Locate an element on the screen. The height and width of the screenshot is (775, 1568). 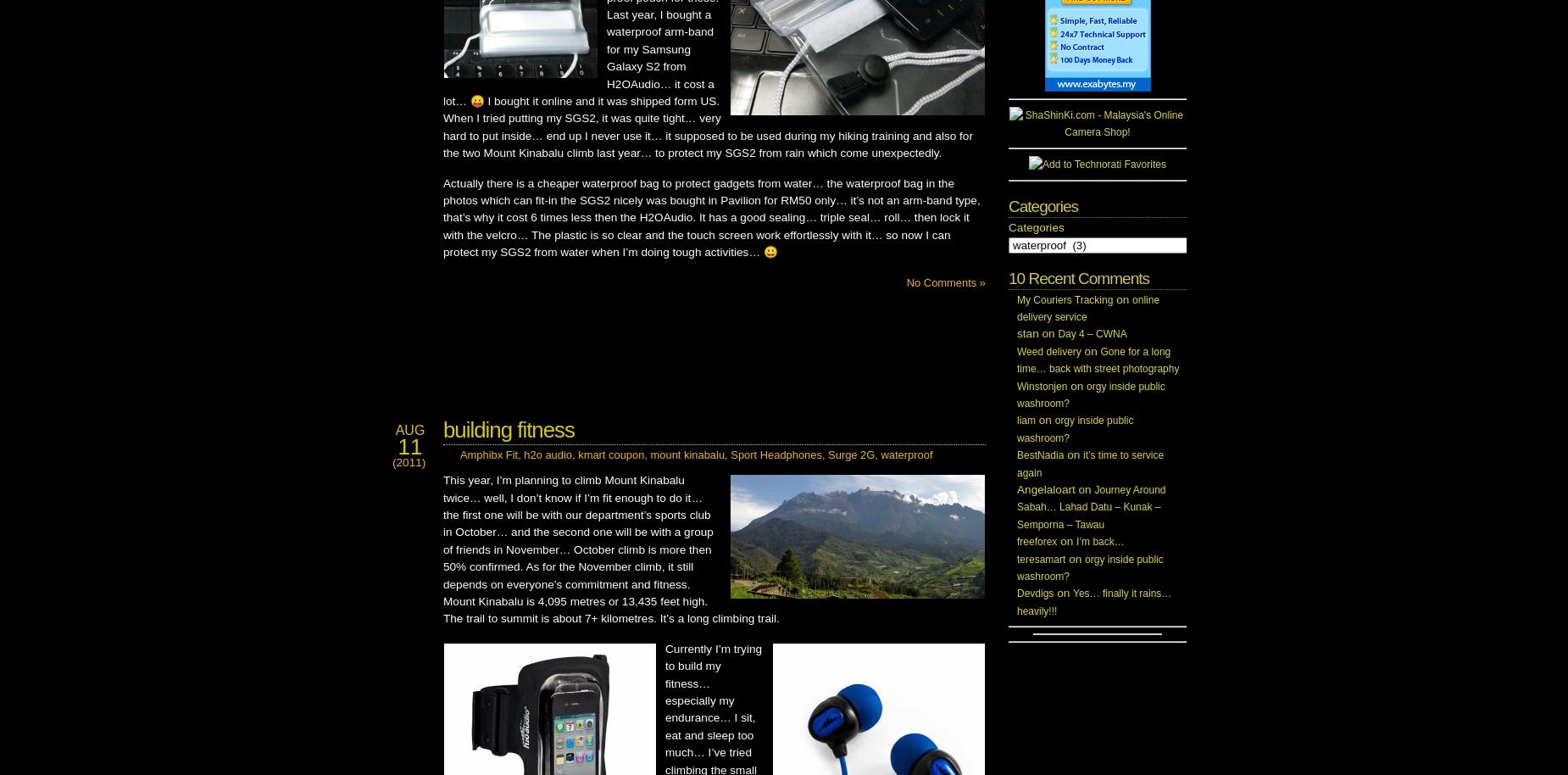
'I’m back…' is located at coordinates (1098, 540).